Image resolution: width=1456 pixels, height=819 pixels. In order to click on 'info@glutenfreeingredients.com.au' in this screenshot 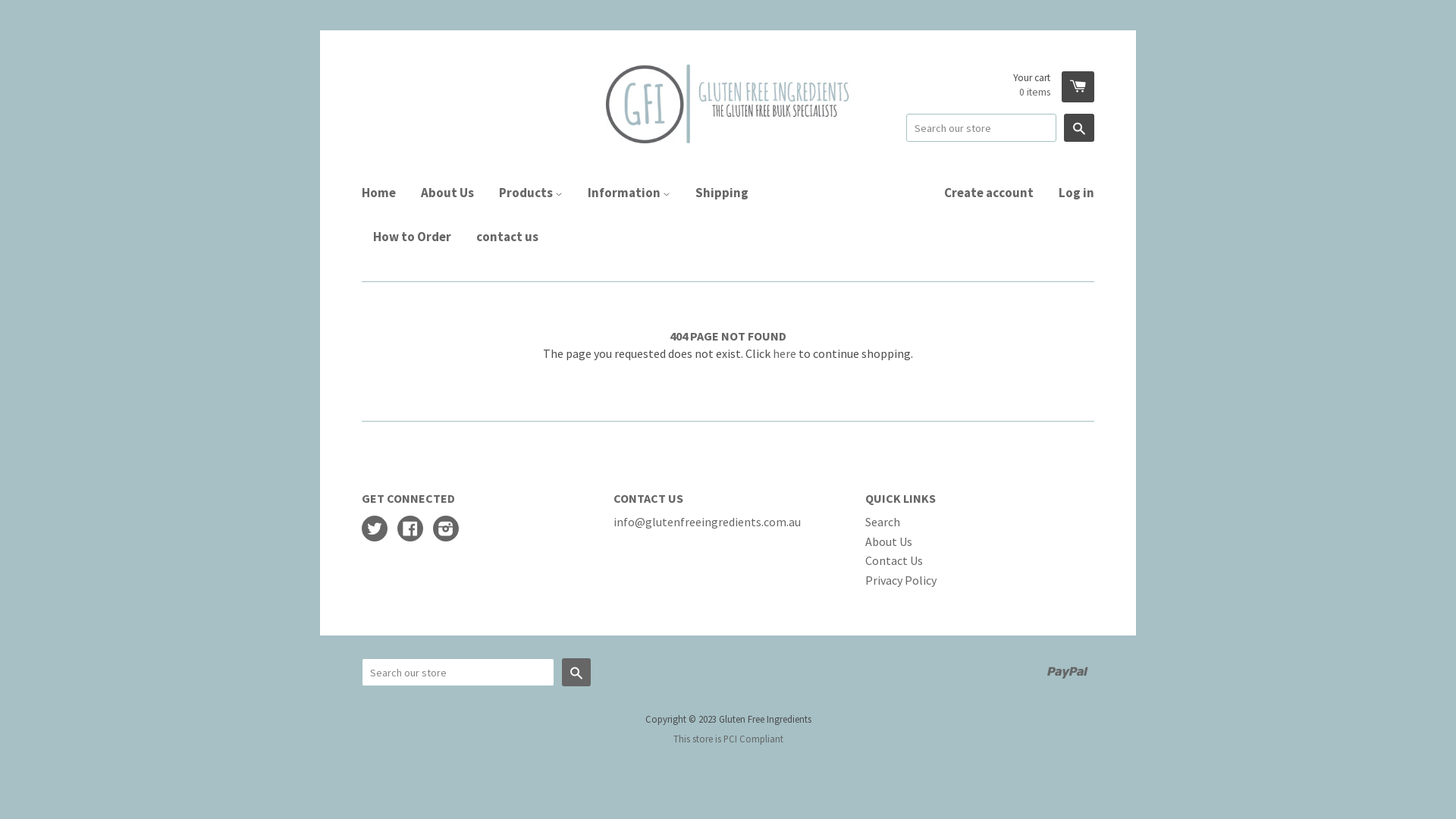, I will do `click(706, 520)`.